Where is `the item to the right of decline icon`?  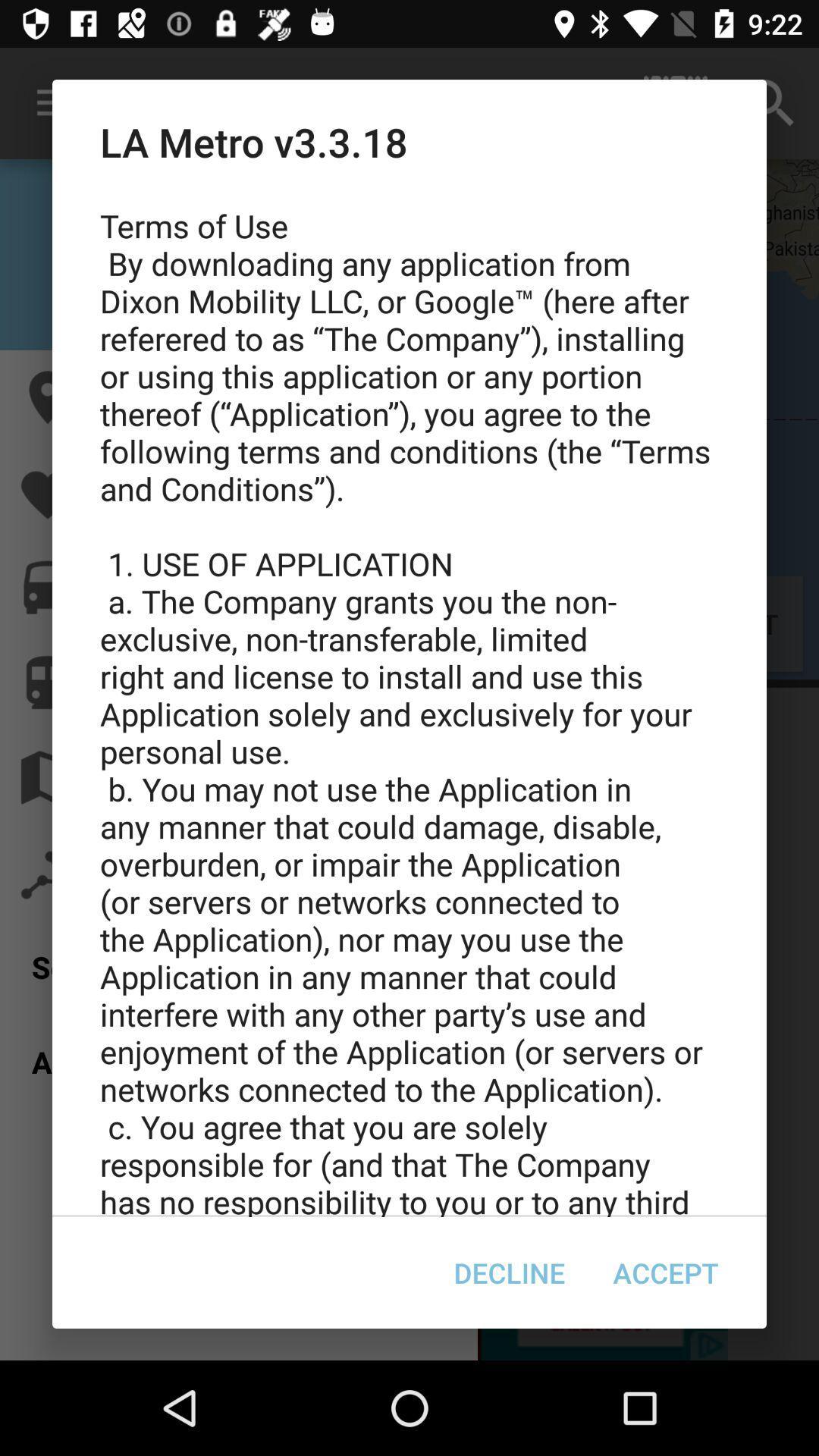 the item to the right of decline icon is located at coordinates (665, 1272).